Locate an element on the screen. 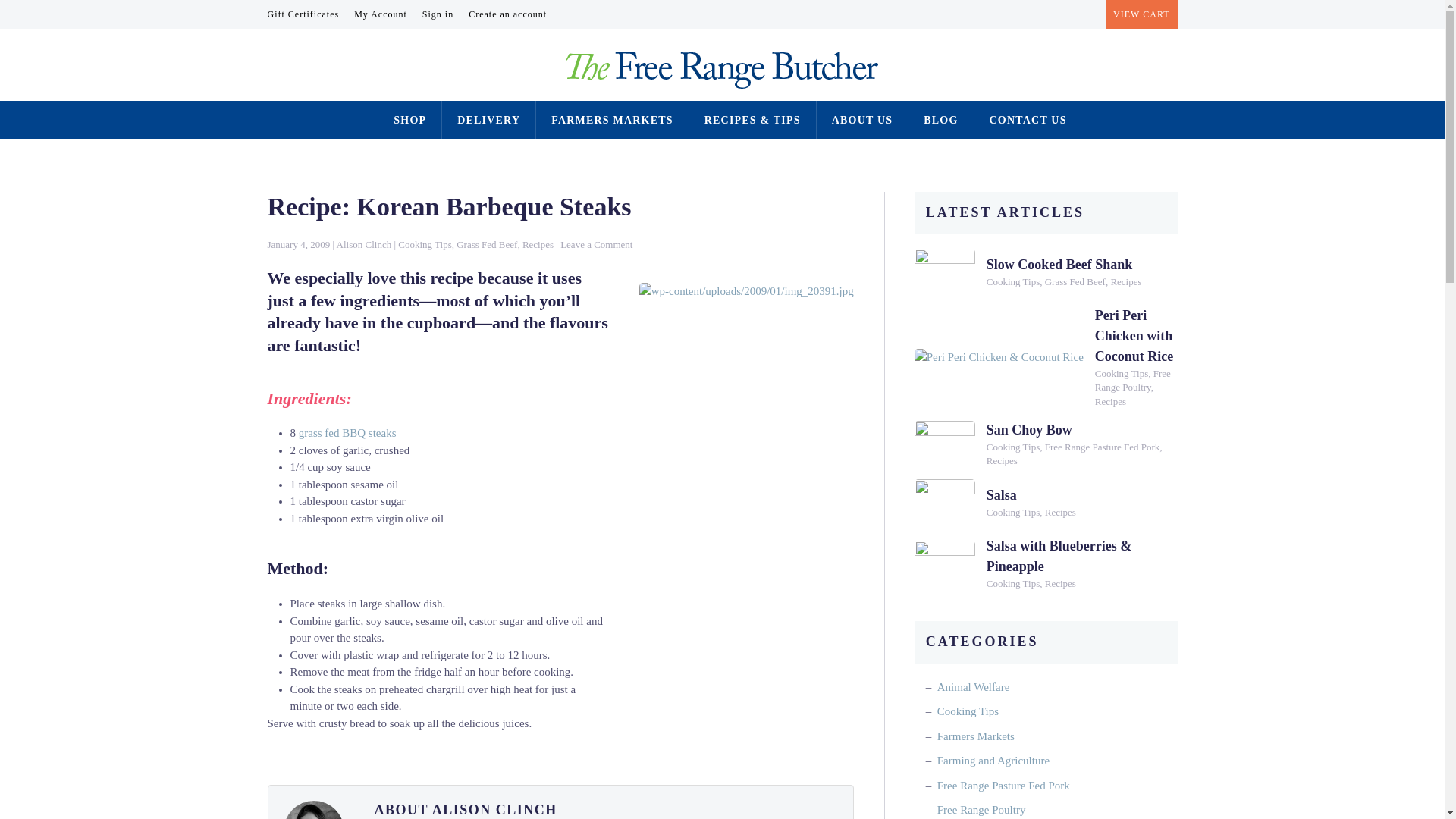 This screenshot has width=1456, height=819. 'Create an account' is located at coordinates (507, 14).